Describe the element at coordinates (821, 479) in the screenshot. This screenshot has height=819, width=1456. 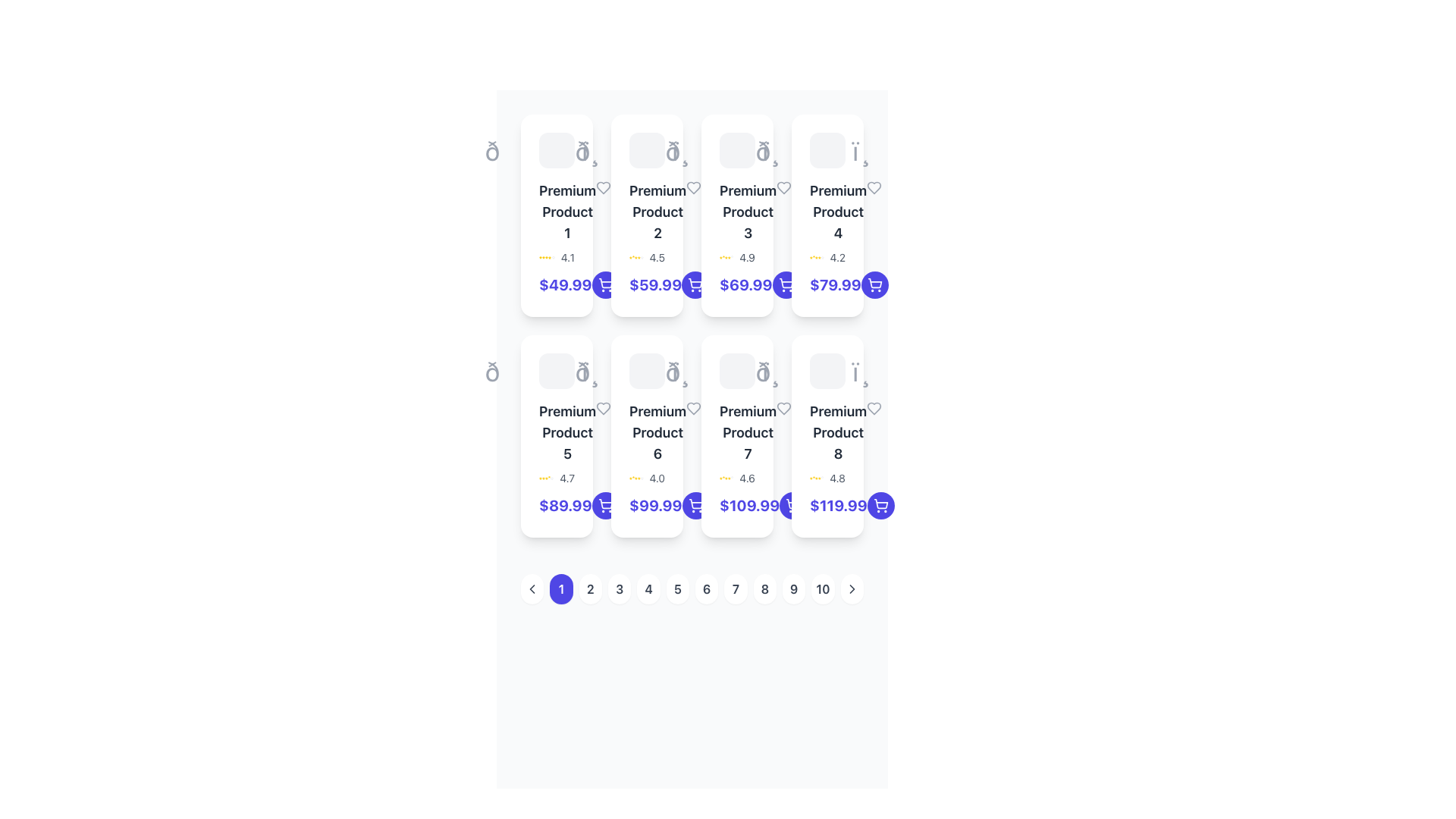
I see `the fifth star icon representing an inactive rating score in the 'Premium Product 8' section` at that location.